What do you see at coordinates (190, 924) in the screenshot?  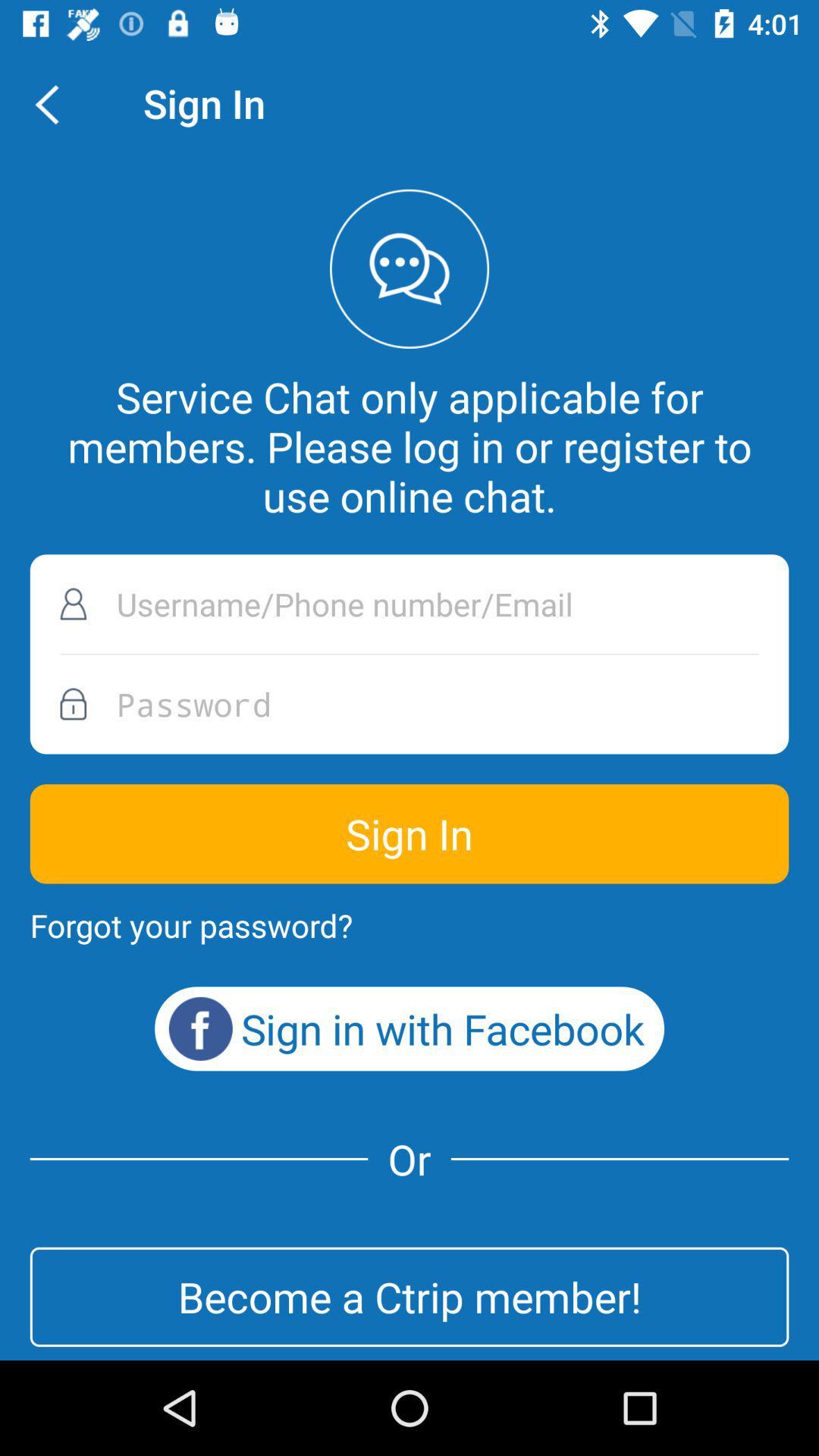 I see `item below the sign in icon` at bounding box center [190, 924].